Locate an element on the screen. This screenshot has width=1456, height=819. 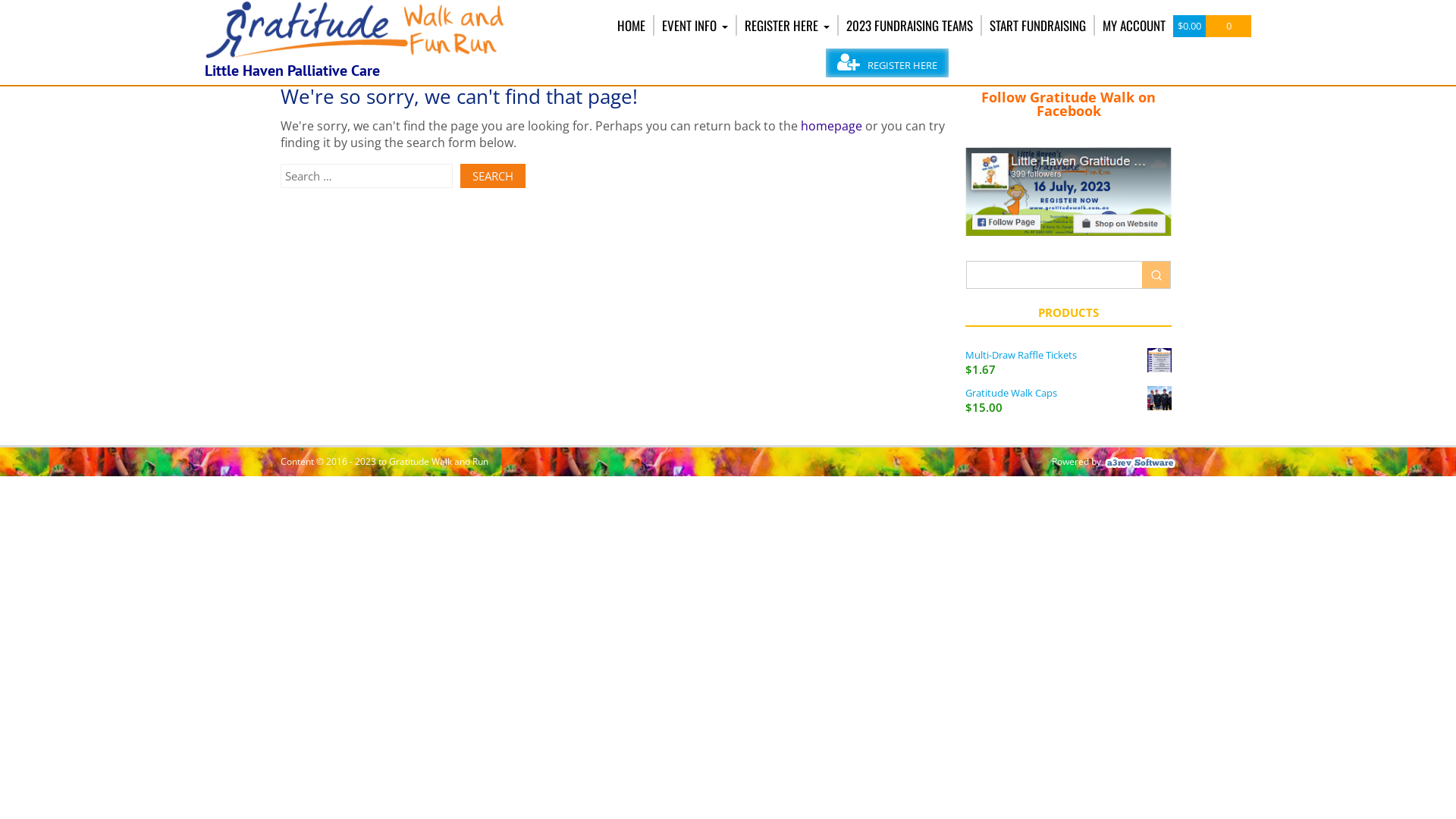
'Search' is located at coordinates (492, 174).